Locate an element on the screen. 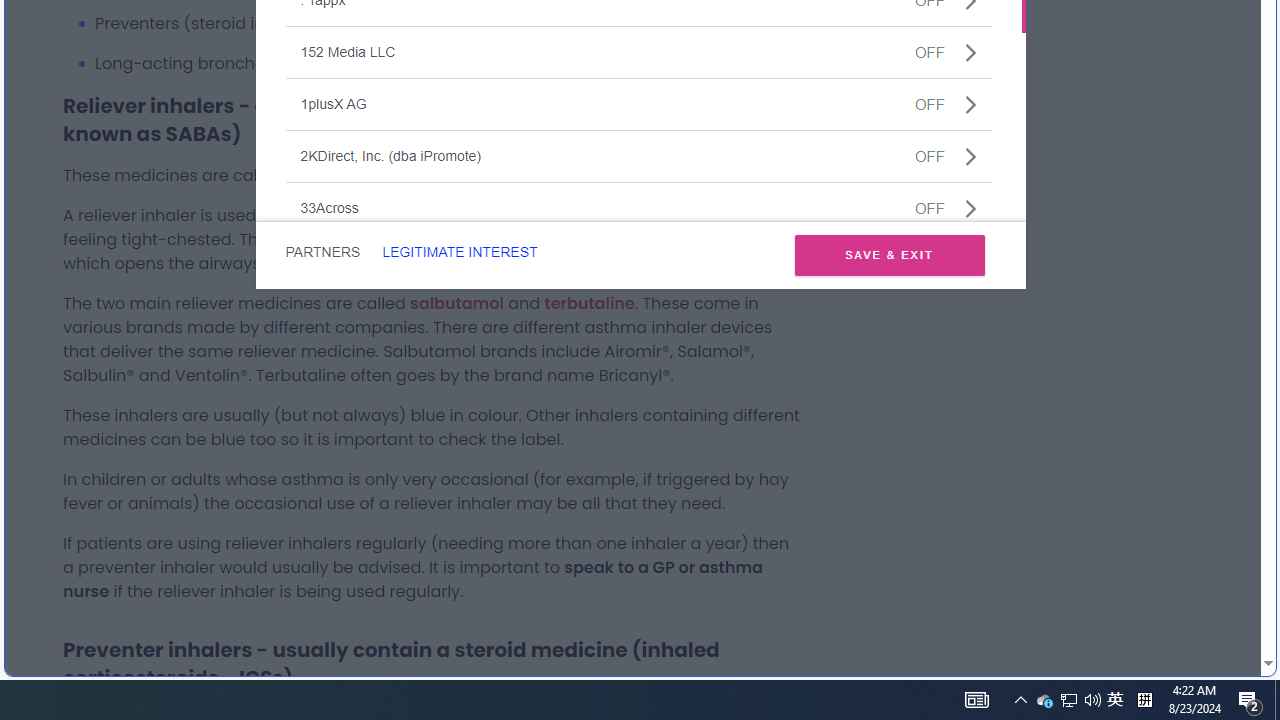  '33AcrossOFF' is located at coordinates (637, 208).